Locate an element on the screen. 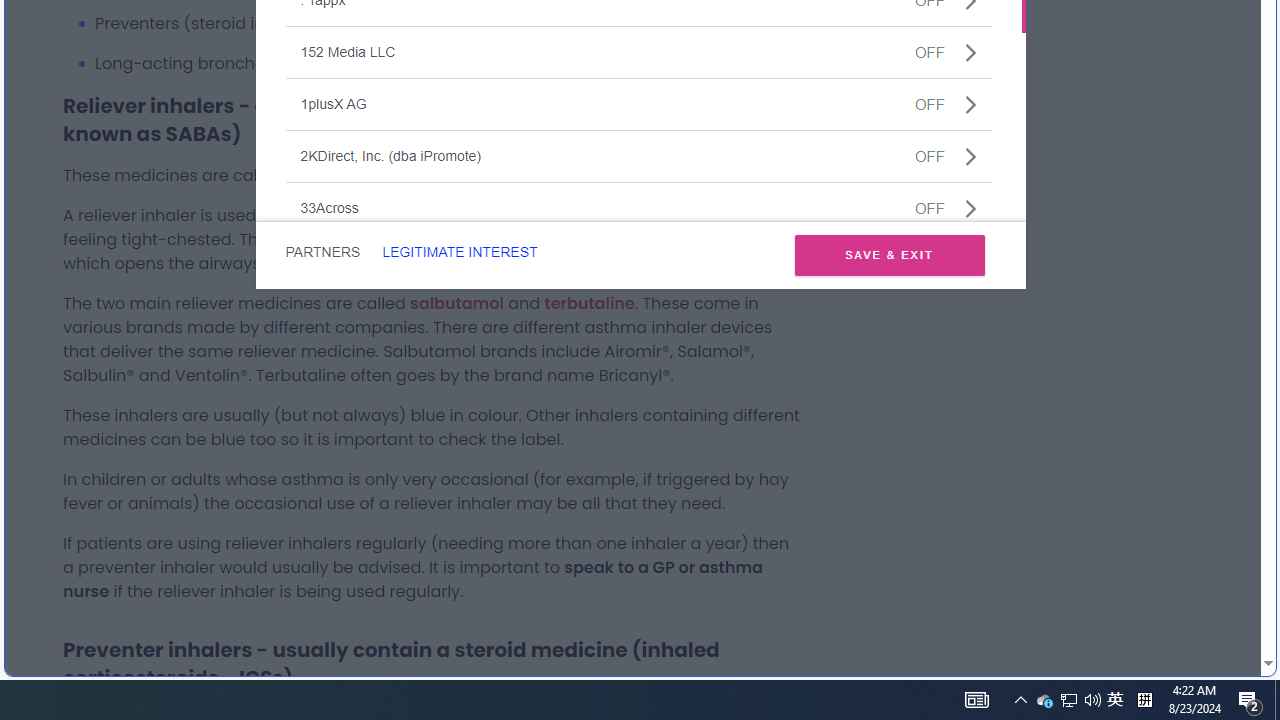  '33AcrossOFF' is located at coordinates (637, 208).